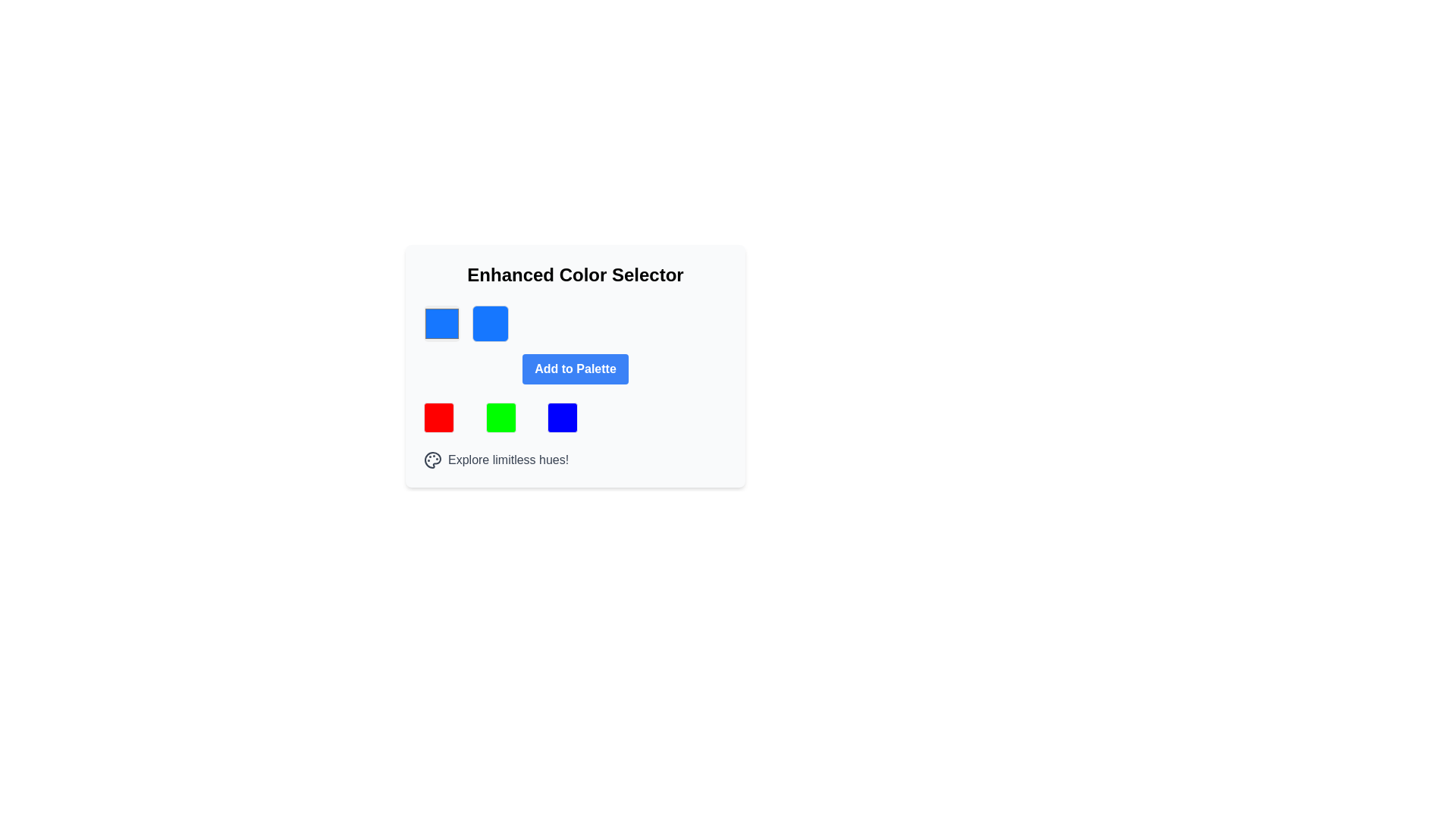  What do you see at coordinates (491, 323) in the screenshot?
I see `the style and color of the Colored preview square, which is the second square in a row of two, featuring a gradient blue color and a thin gray border` at bounding box center [491, 323].